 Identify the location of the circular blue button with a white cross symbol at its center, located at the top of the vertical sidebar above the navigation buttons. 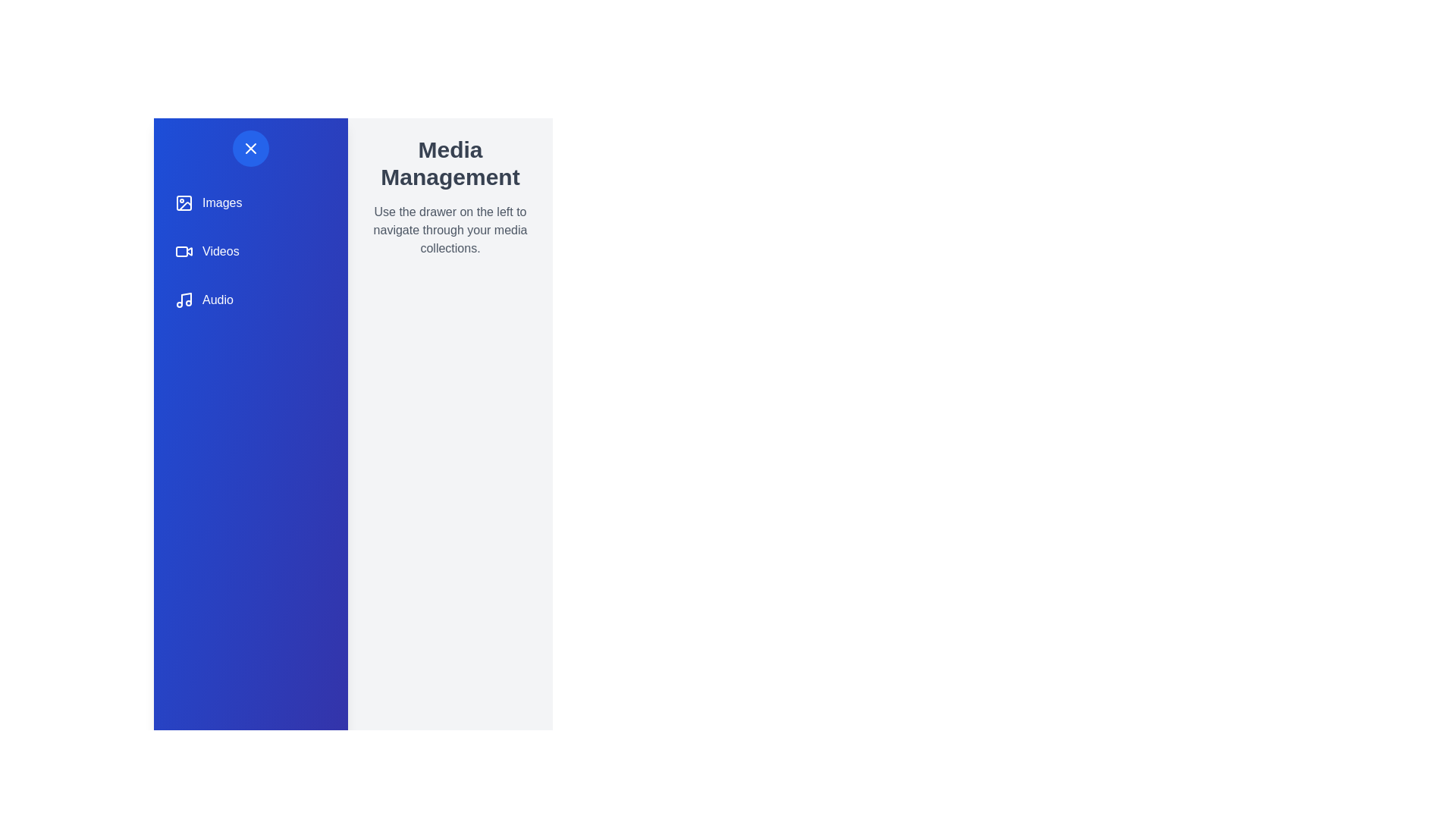
(251, 149).